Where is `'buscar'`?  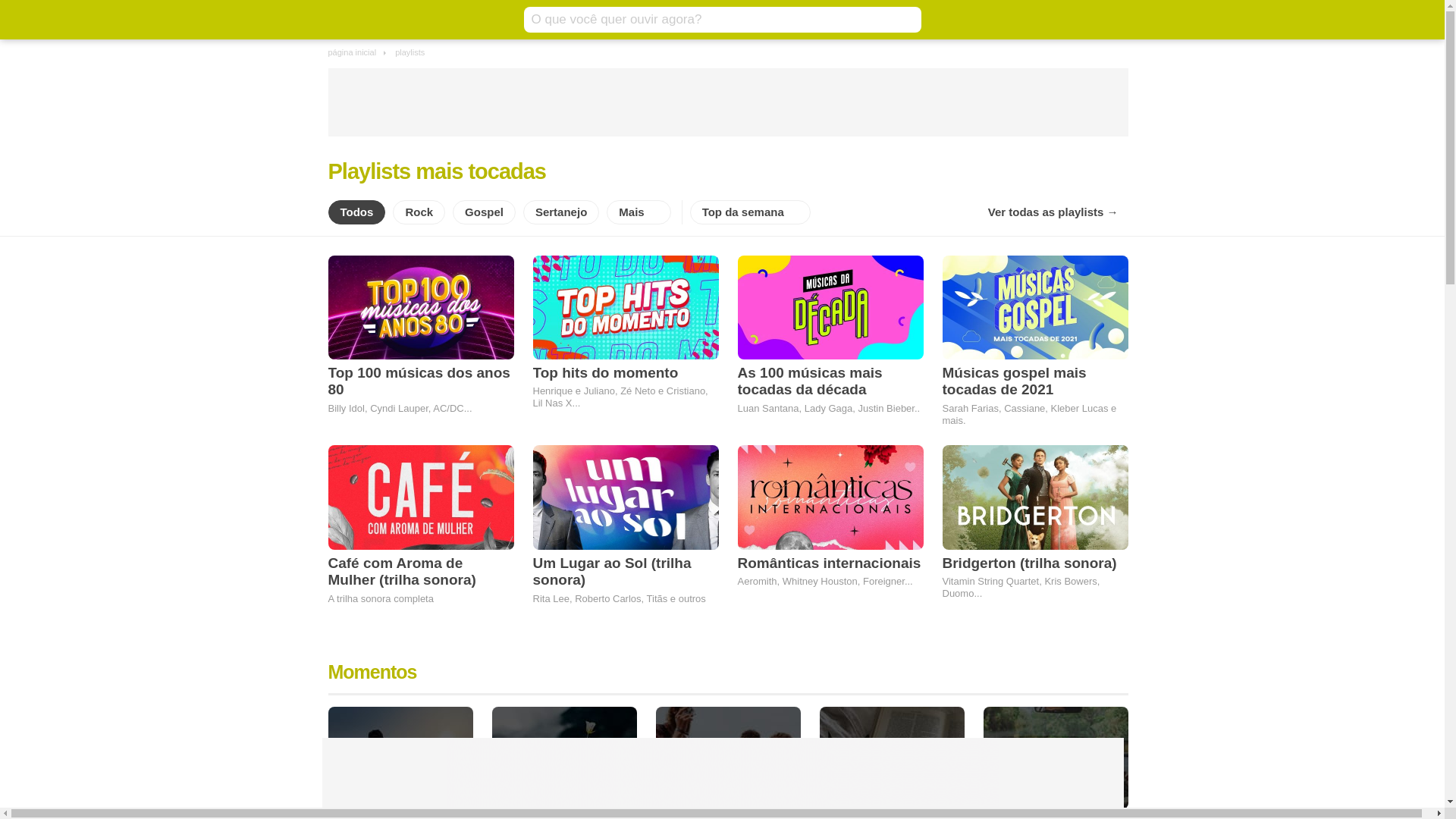 'buscar' is located at coordinates (905, 20).